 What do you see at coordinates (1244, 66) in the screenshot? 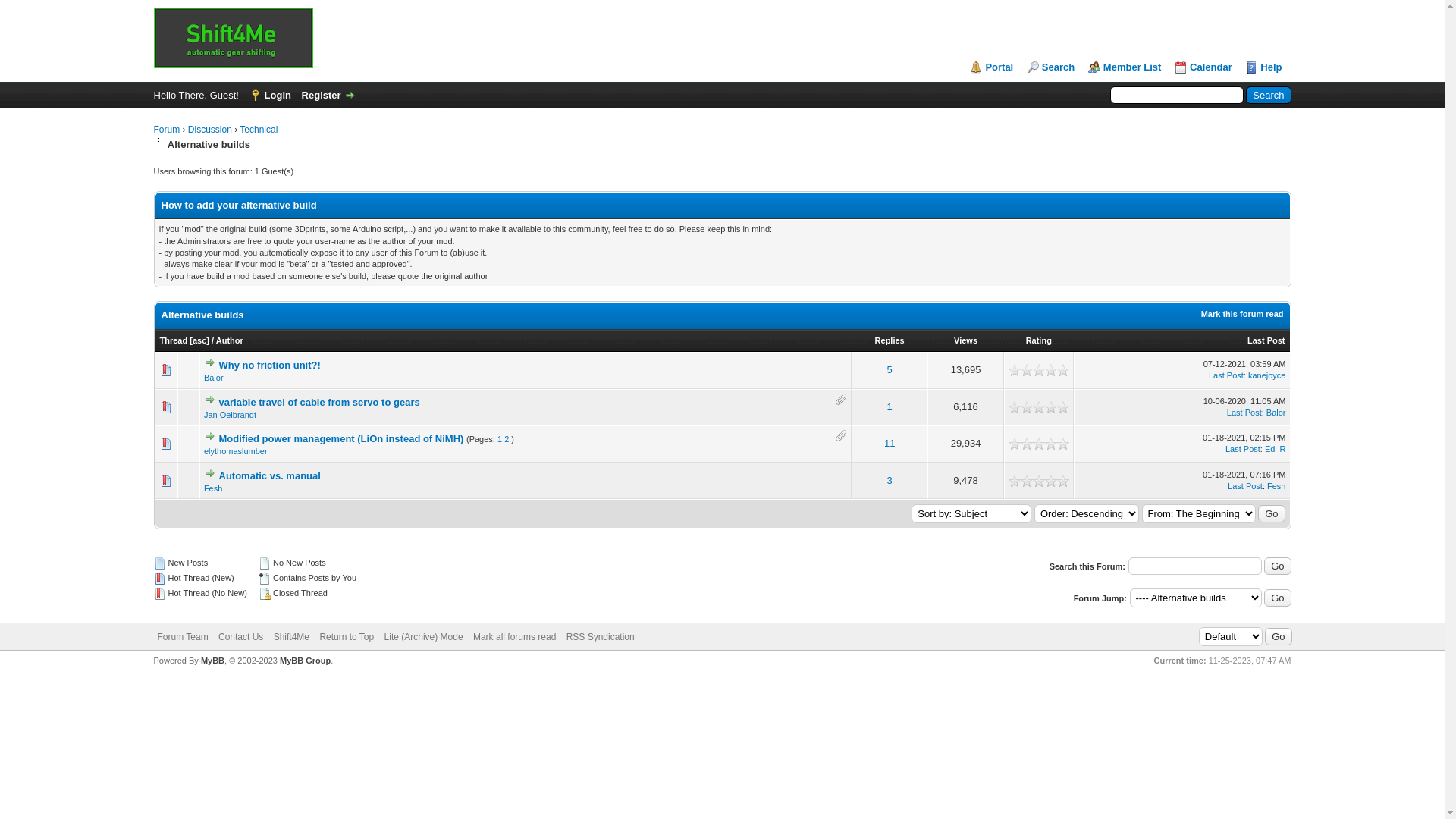
I see `'Help'` at bounding box center [1244, 66].